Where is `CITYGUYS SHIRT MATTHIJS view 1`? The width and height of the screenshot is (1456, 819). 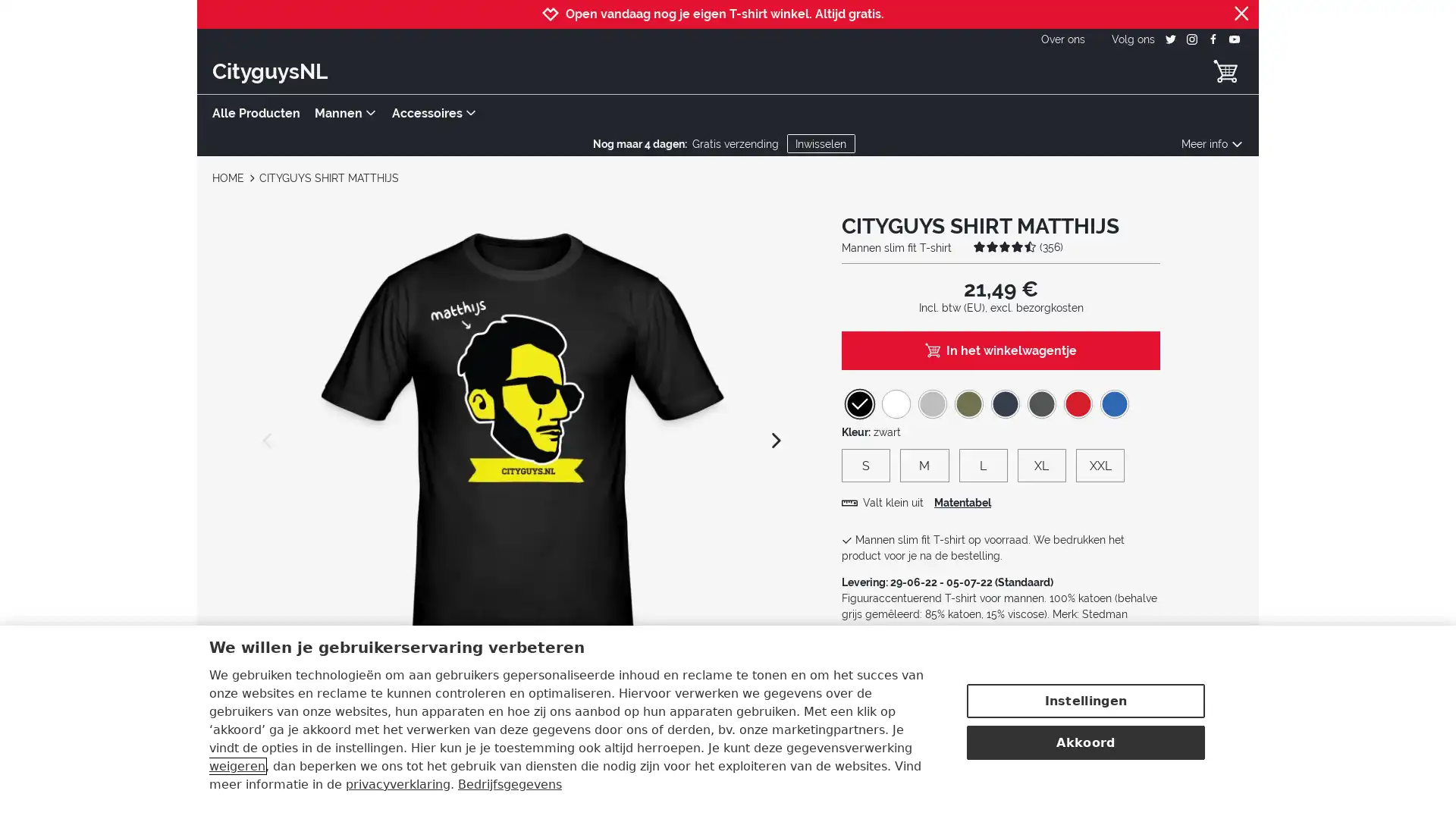 CITYGUYS SHIRT MATTHIJS view 1 is located at coordinates (389, 721).